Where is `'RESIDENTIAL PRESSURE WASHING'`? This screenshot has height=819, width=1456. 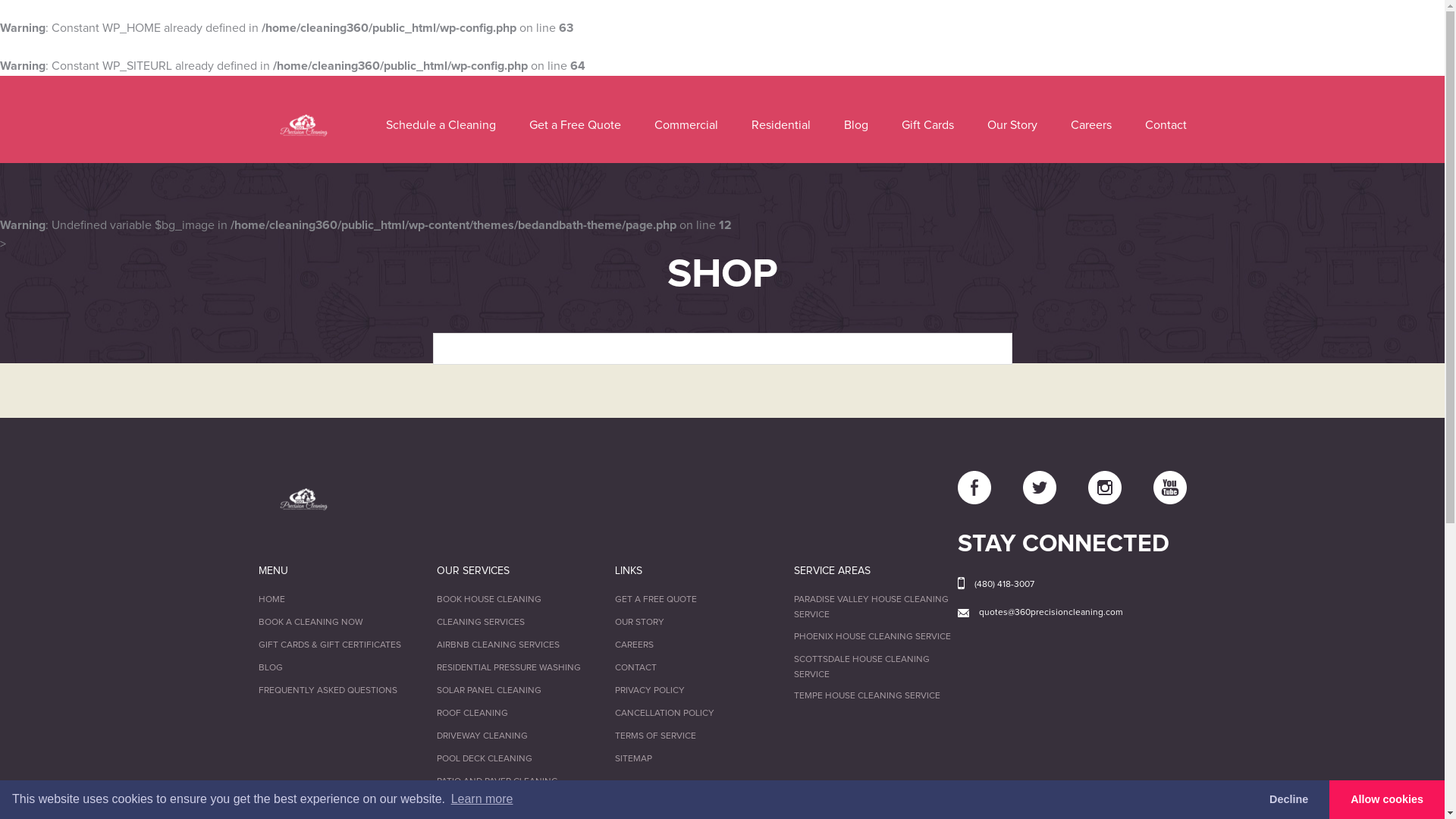 'RESIDENTIAL PRESSURE WASHING' is located at coordinates (436, 667).